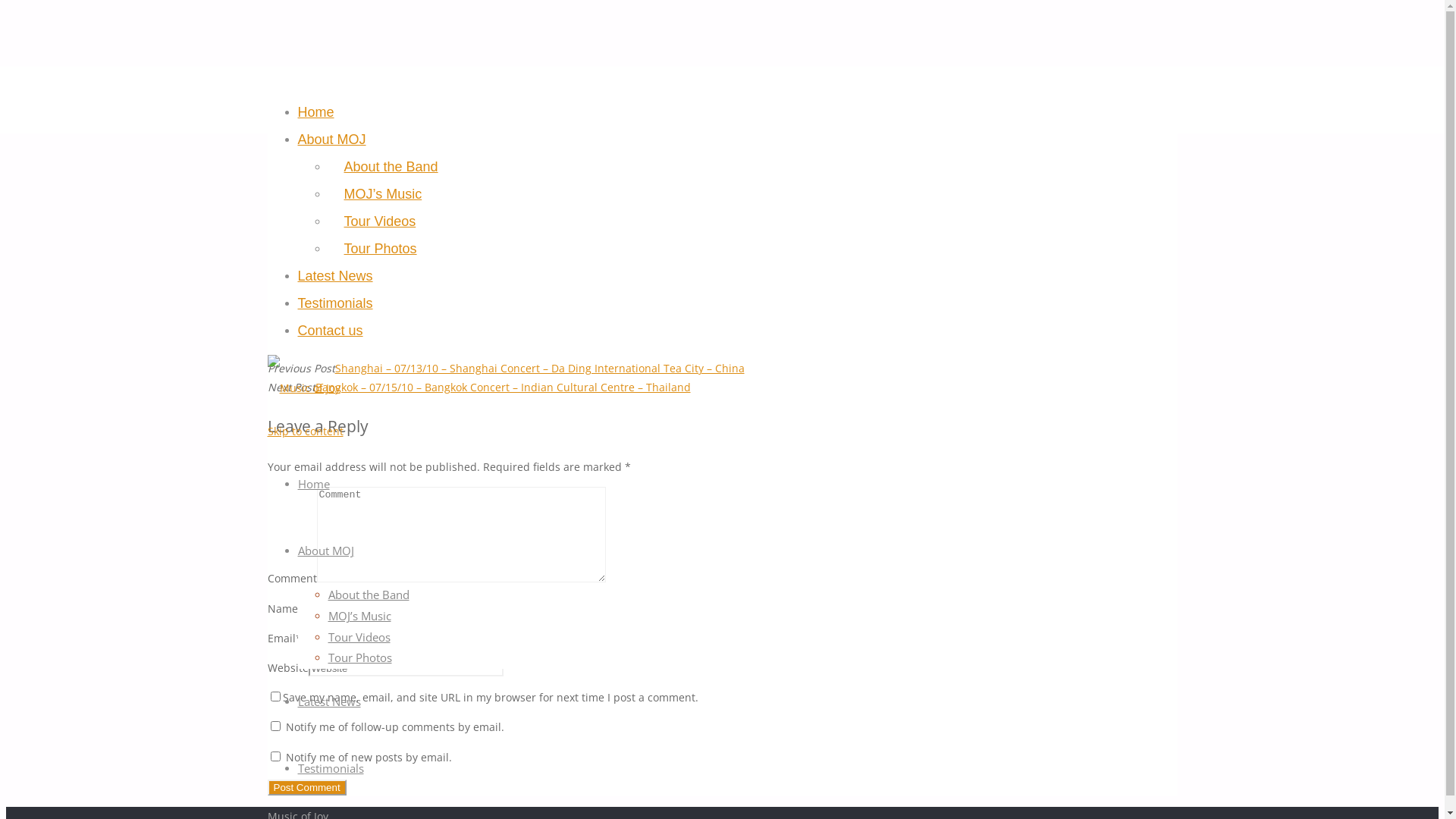 This screenshot has height=819, width=1456. Describe the element at coordinates (329, 768) in the screenshot. I see `'Testimonials'` at that location.